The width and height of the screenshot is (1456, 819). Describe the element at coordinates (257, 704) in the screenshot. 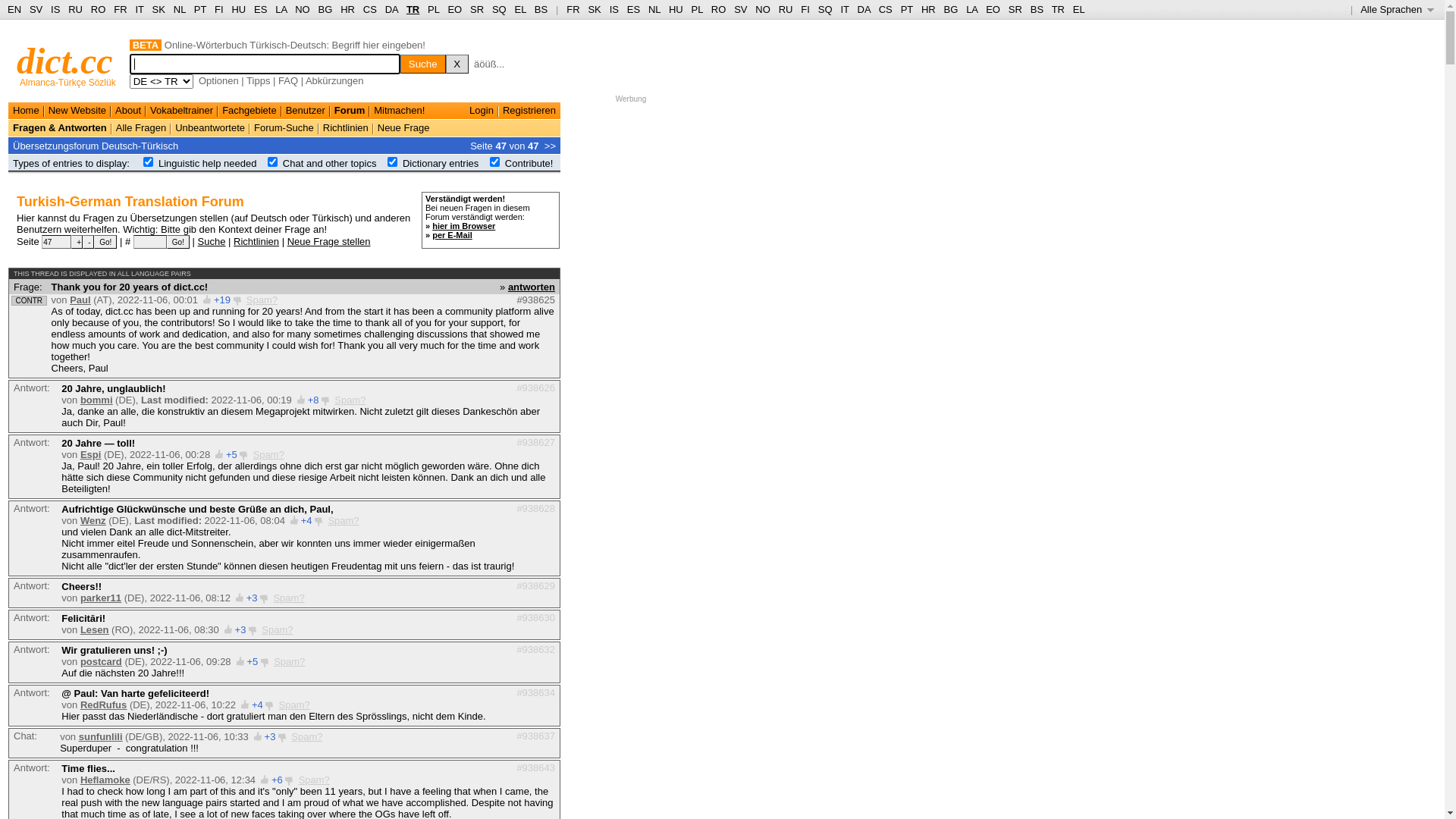

I see `'+4'` at that location.